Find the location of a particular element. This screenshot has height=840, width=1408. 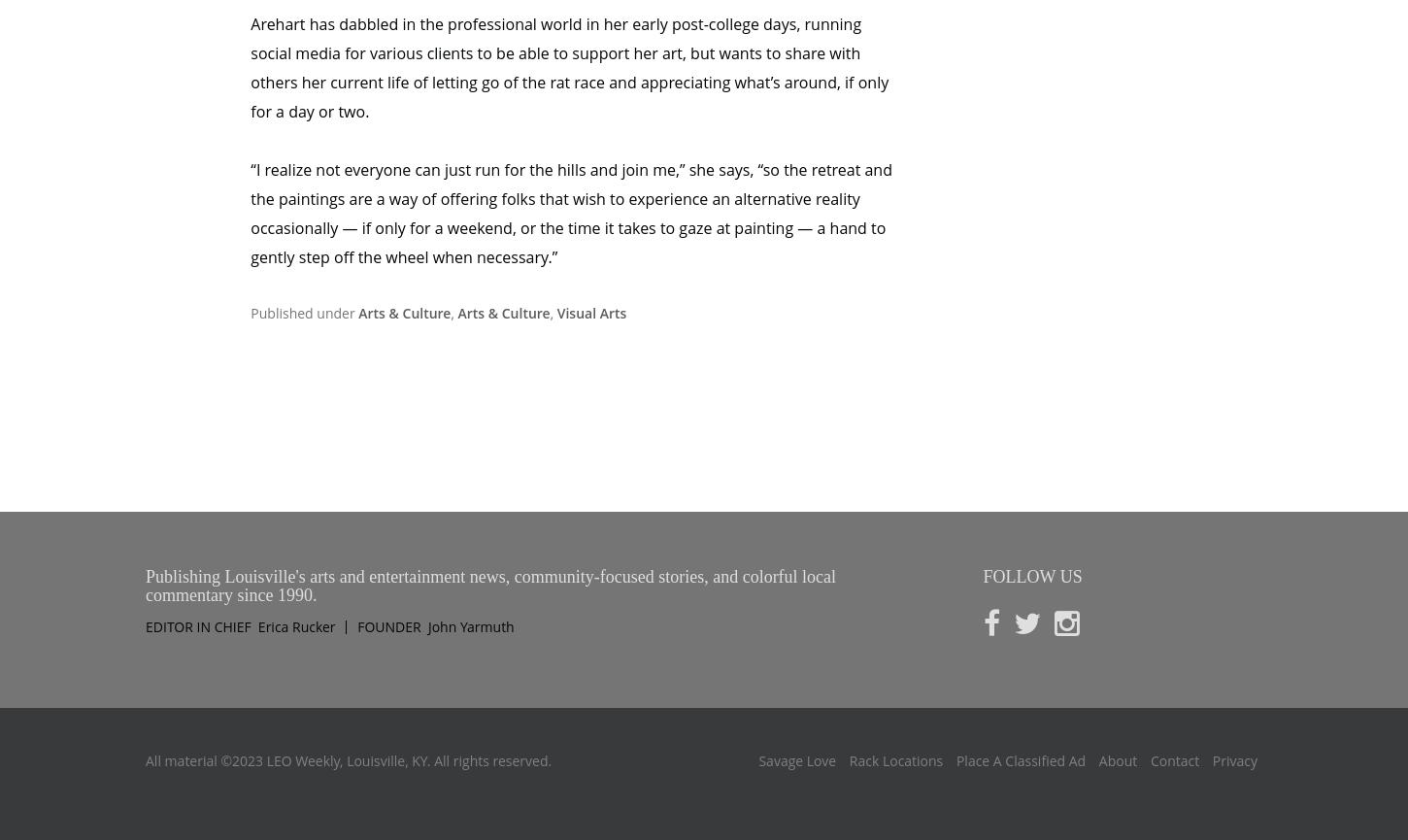

'Published under' is located at coordinates (304, 230).